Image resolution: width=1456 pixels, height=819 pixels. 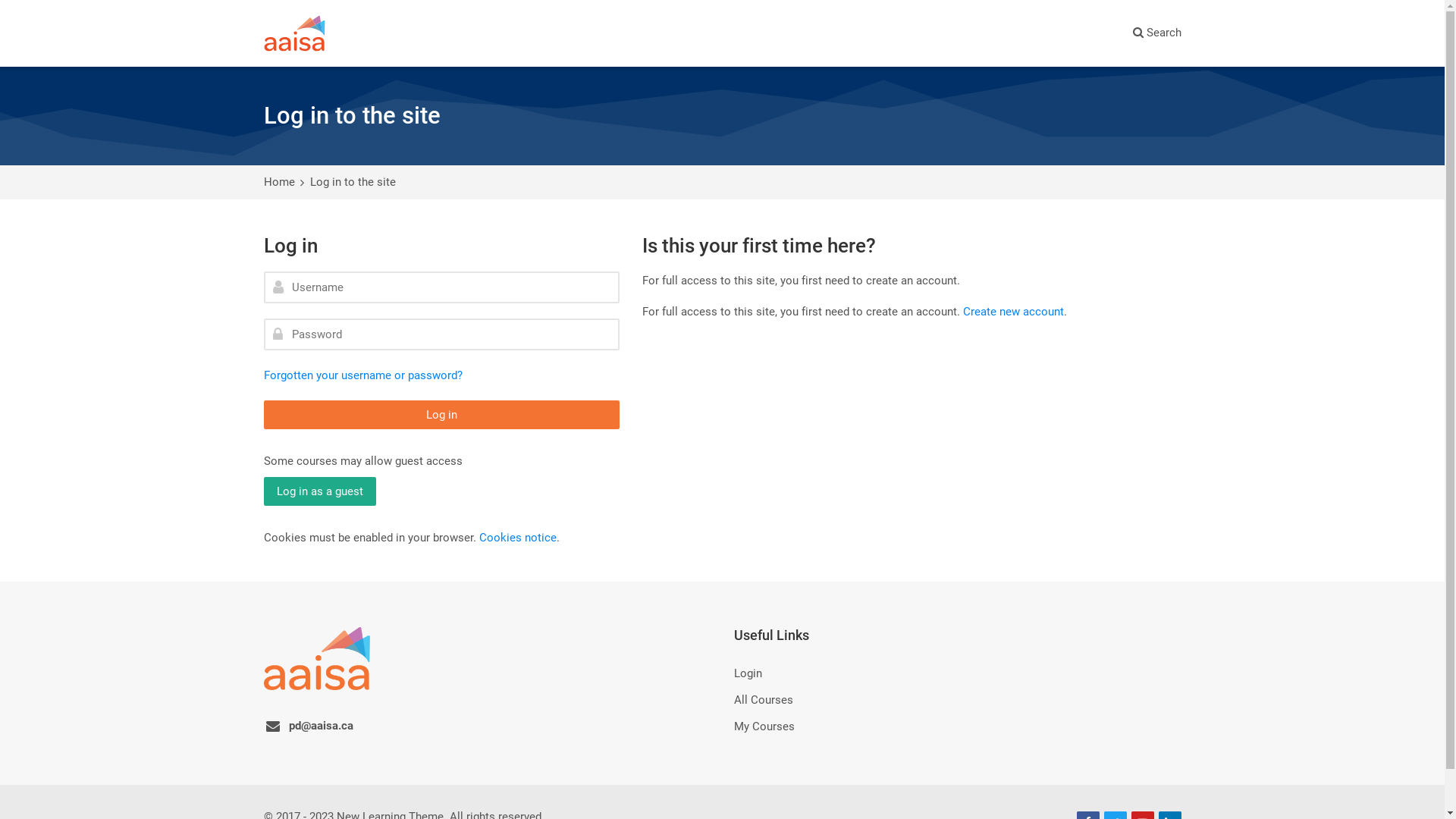 I want to click on 'Search', so click(x=1156, y=33).